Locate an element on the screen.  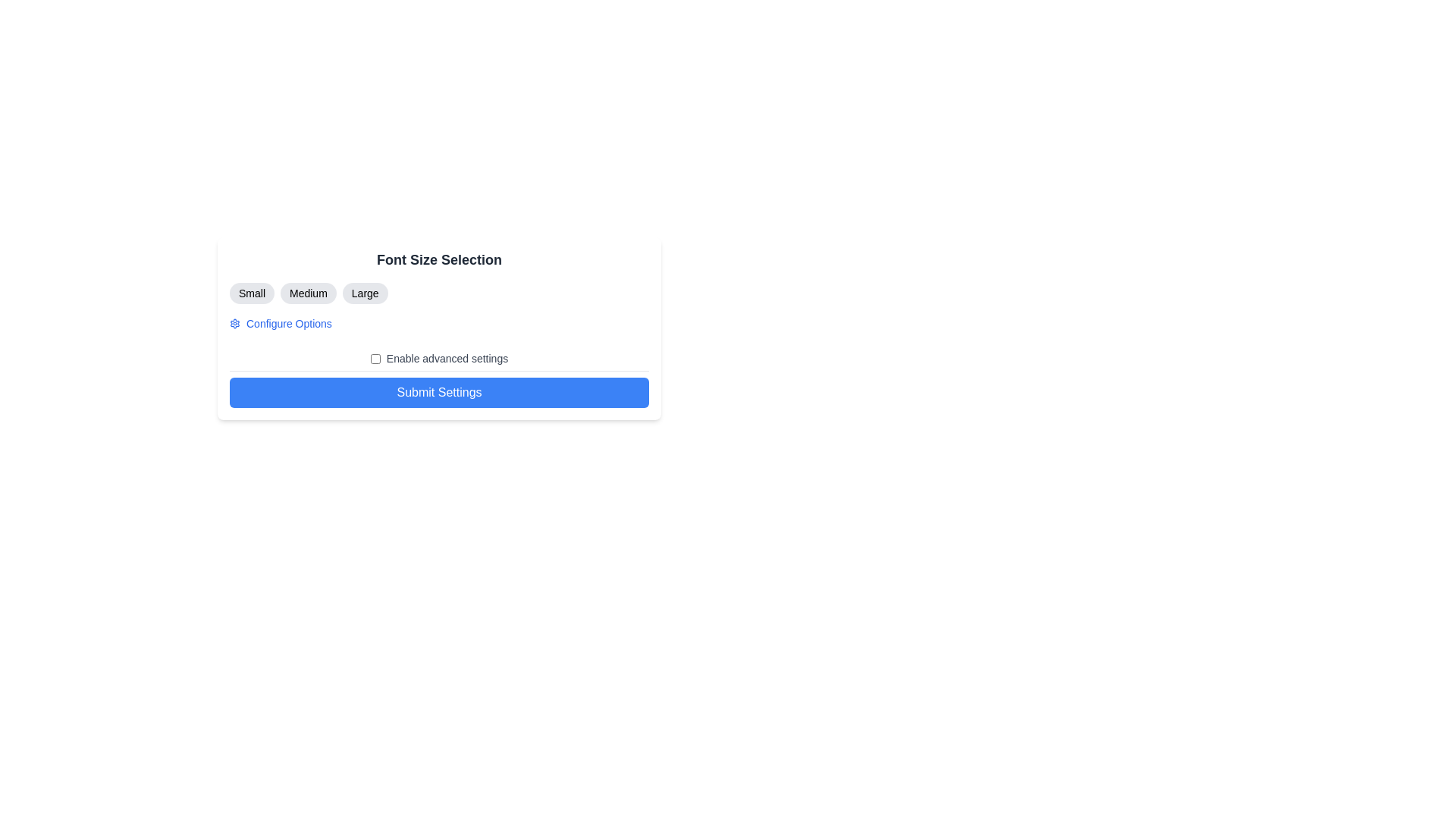
the Button link with an icon located below the size buttons is located at coordinates (281, 323).